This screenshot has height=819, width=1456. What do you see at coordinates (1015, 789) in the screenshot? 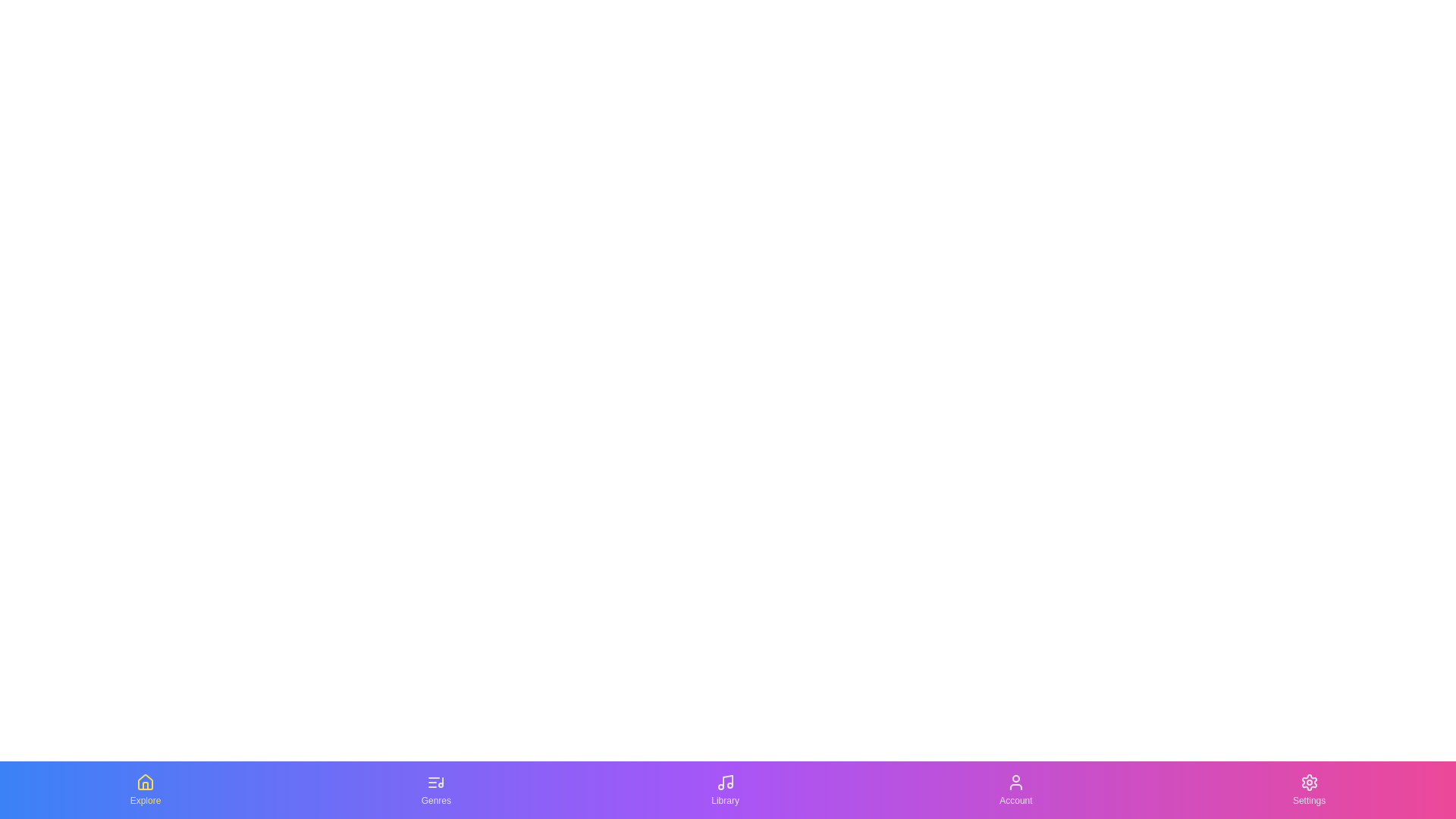
I see `the Account tab to observe the hover effect` at bounding box center [1015, 789].